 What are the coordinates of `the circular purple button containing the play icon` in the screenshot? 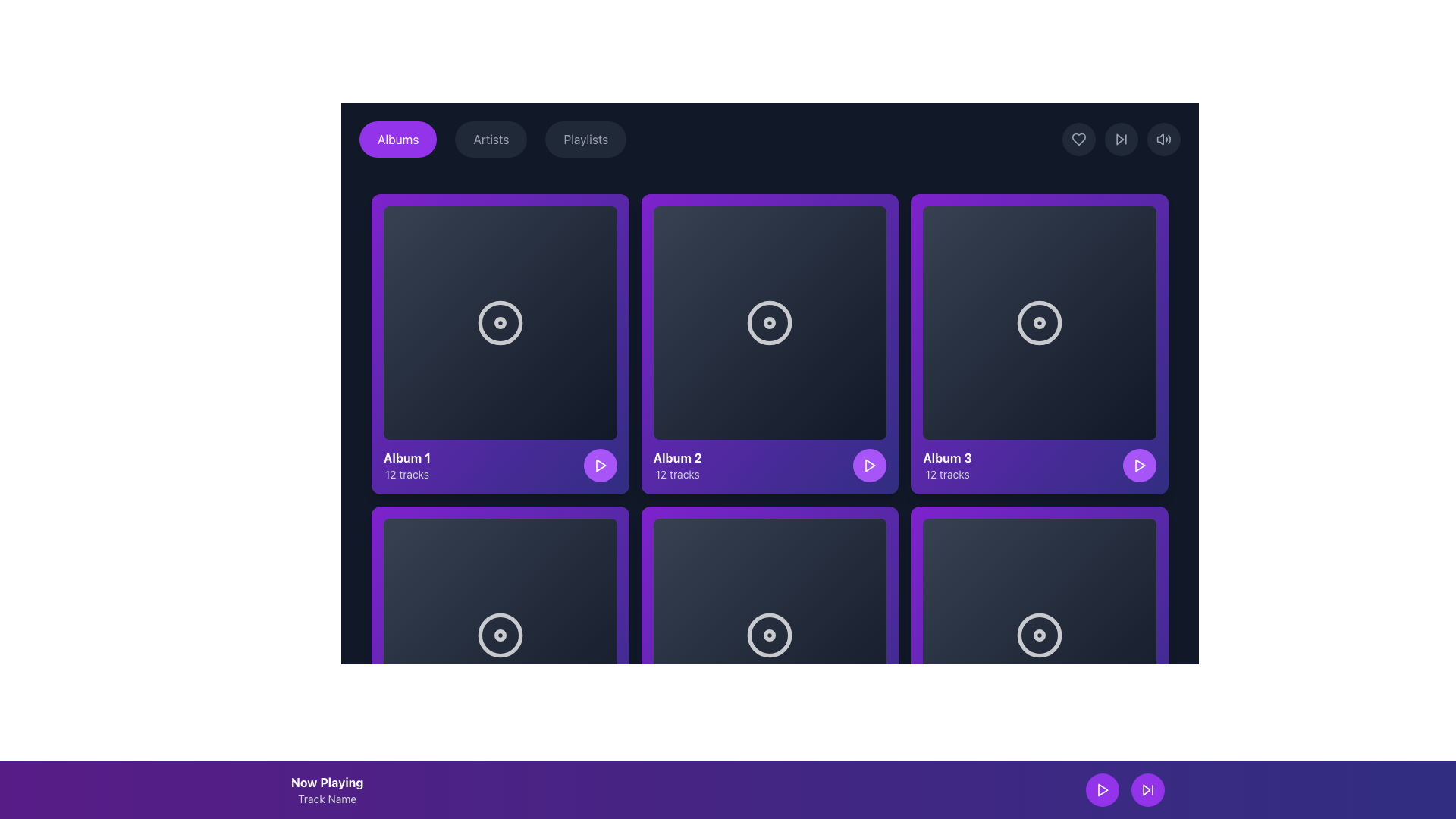 It's located at (599, 777).